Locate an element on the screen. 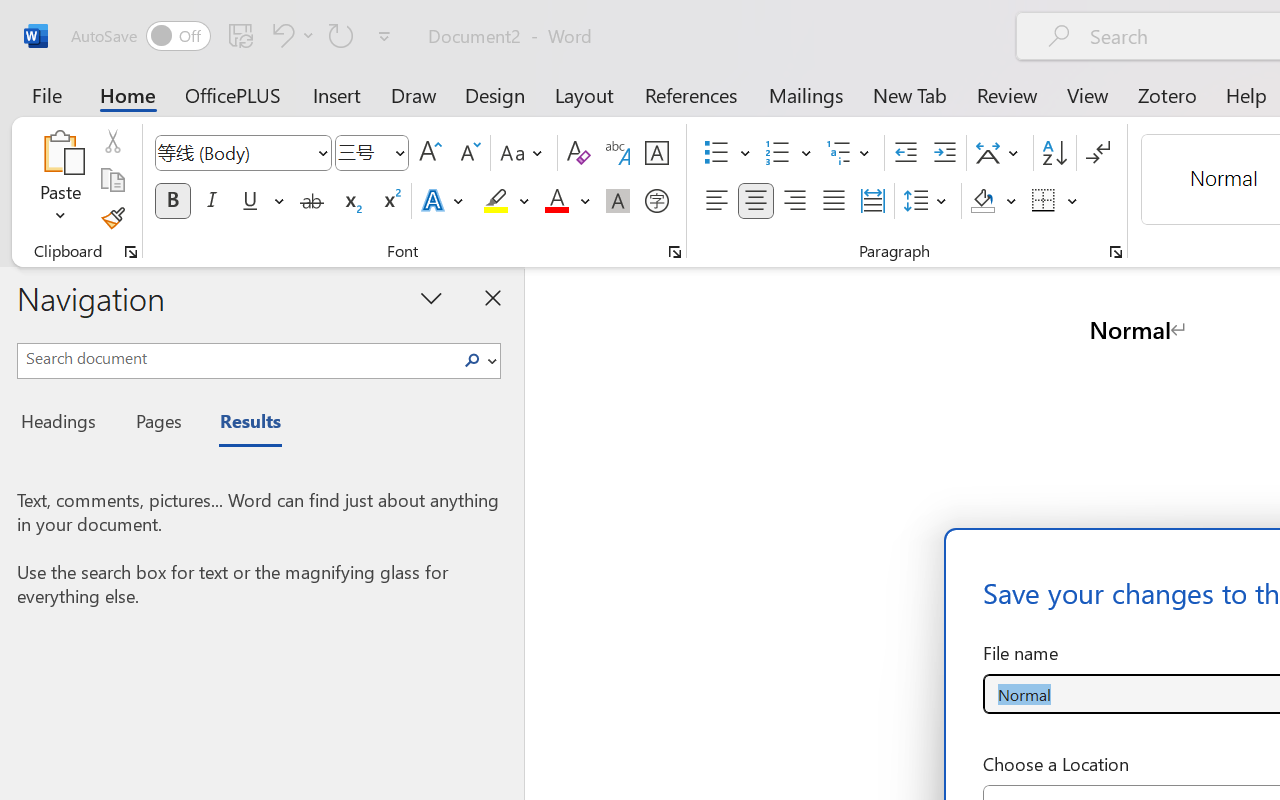 The image size is (1280, 800). 'Text Effects and Typography' is located at coordinates (443, 201).